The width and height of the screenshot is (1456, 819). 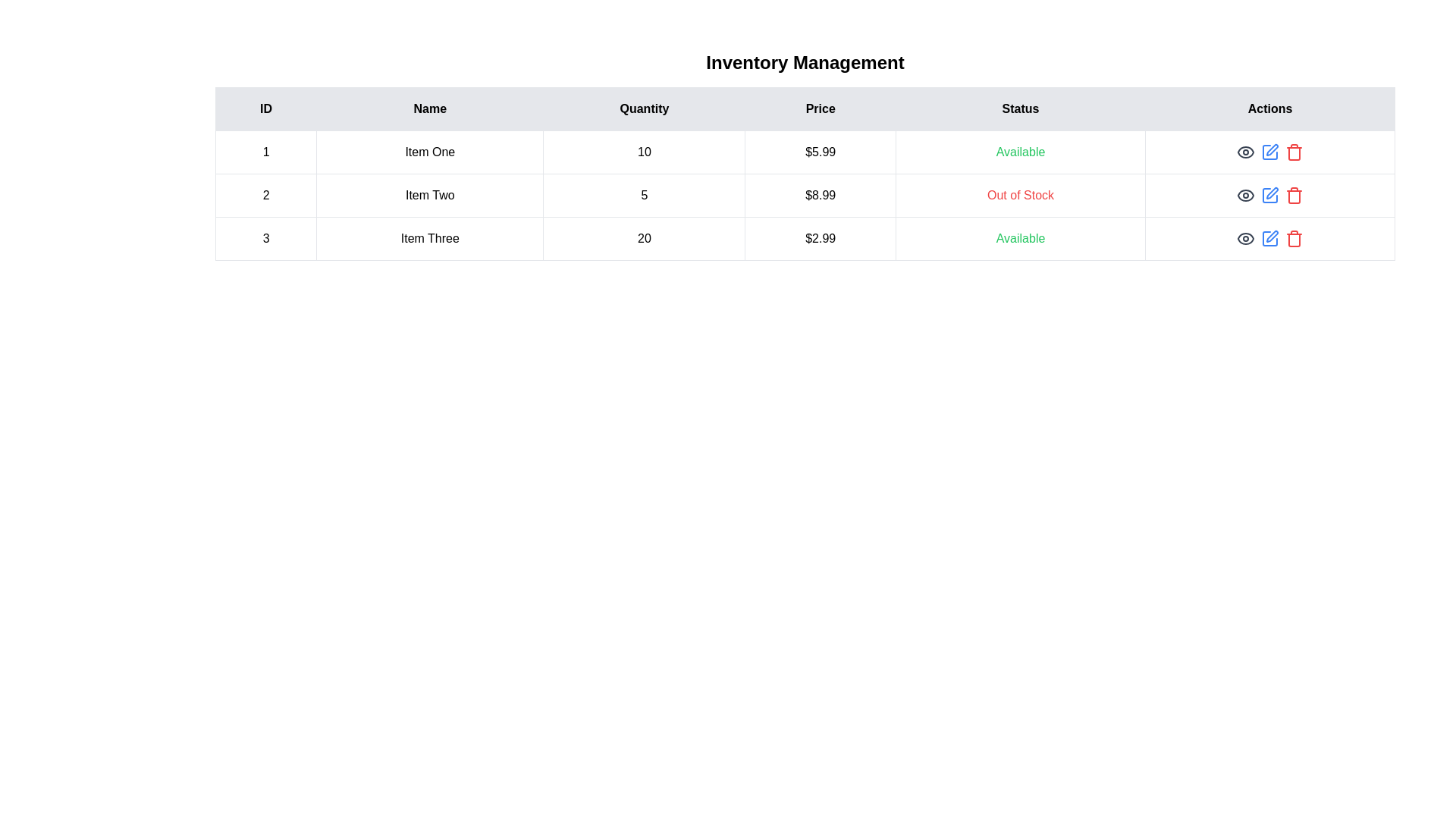 I want to click on the column header labeled ID to sort the table by that column, so click(x=265, y=108).